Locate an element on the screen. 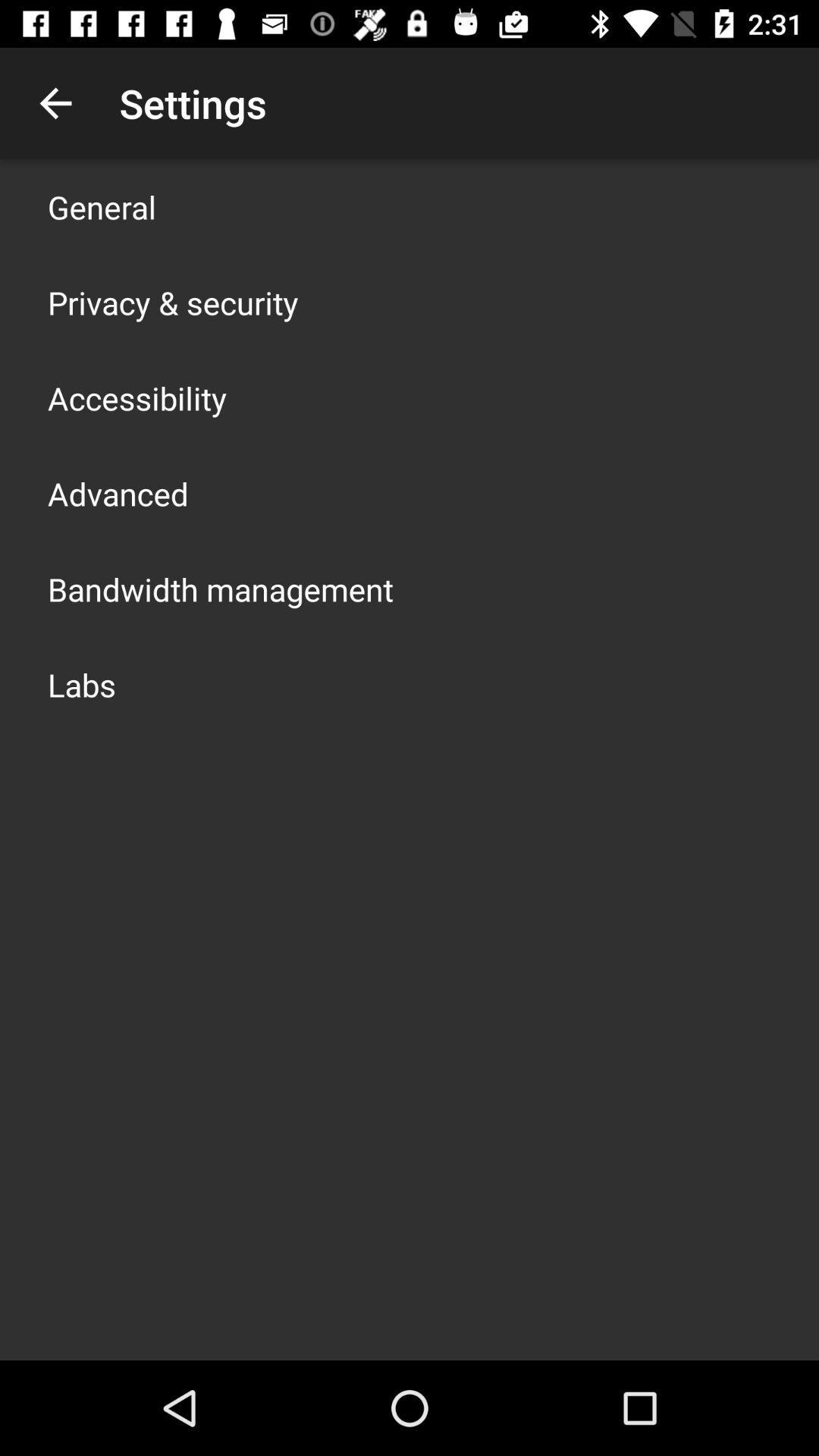 This screenshot has width=819, height=1456. the app below the advanced item is located at coordinates (220, 588).